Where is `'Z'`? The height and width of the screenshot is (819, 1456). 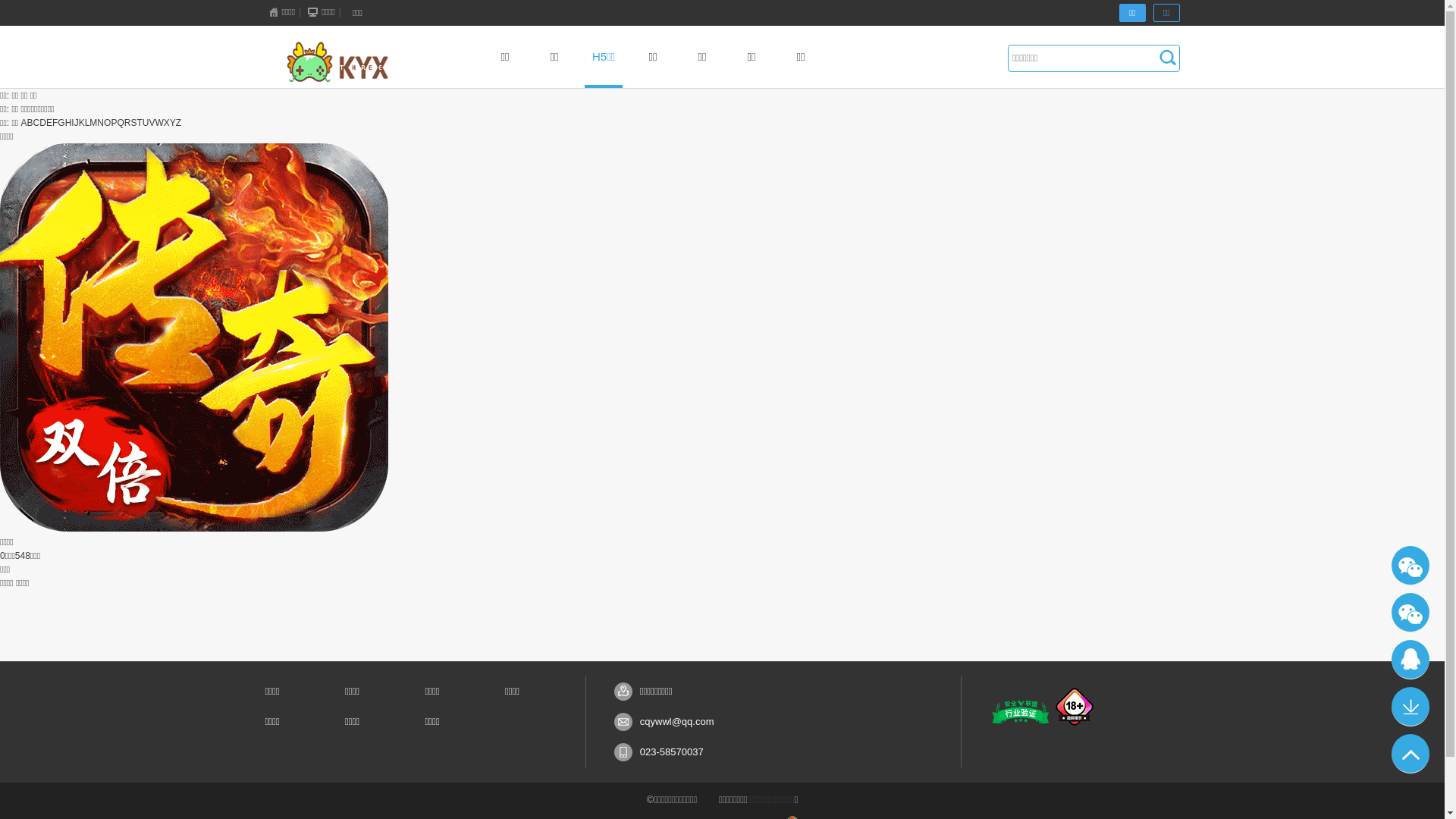
'Z' is located at coordinates (178, 122).